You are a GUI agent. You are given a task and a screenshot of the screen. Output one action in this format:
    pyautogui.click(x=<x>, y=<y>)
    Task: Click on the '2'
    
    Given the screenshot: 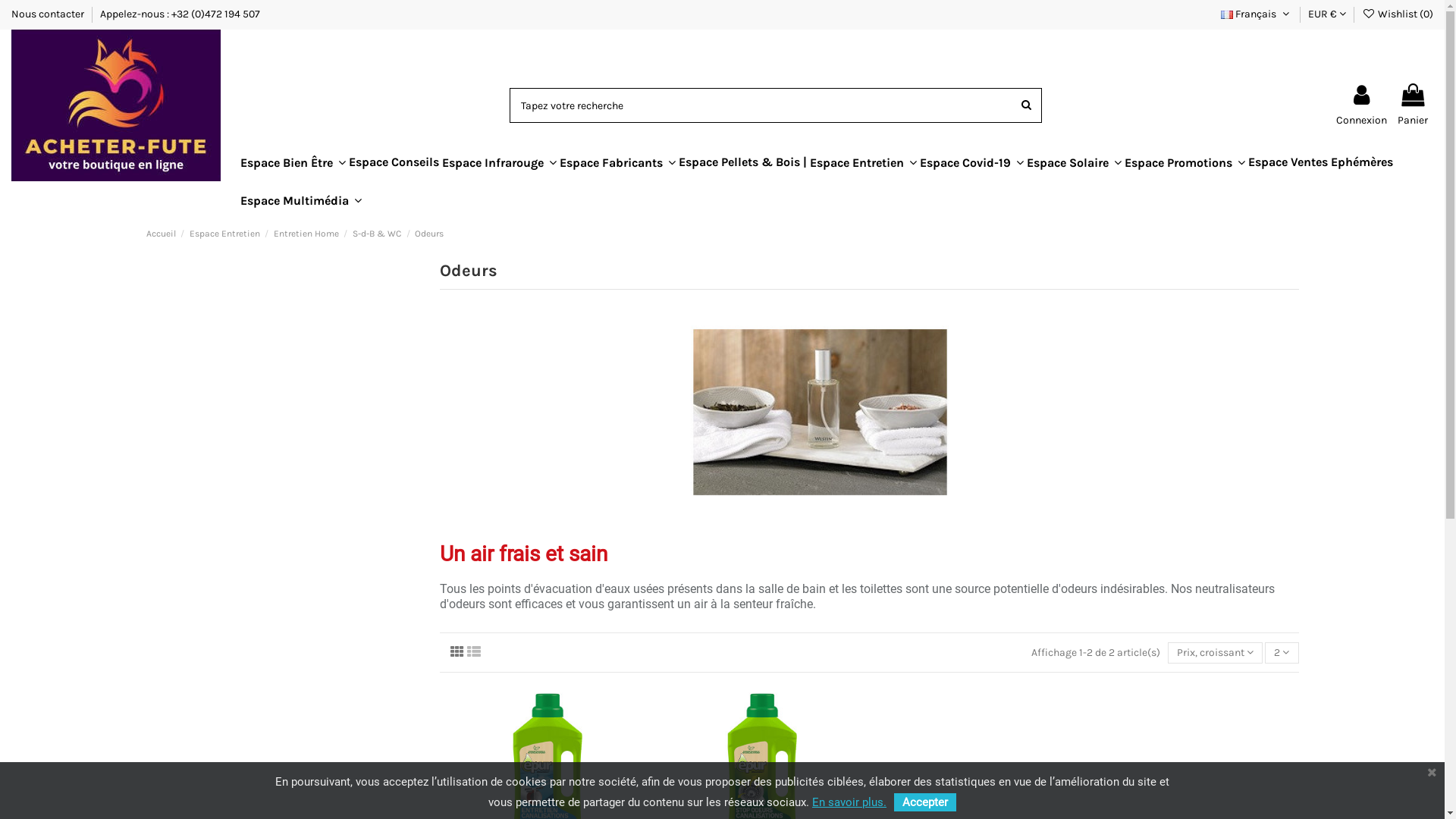 What is the action you would take?
    pyautogui.click(x=1280, y=652)
    